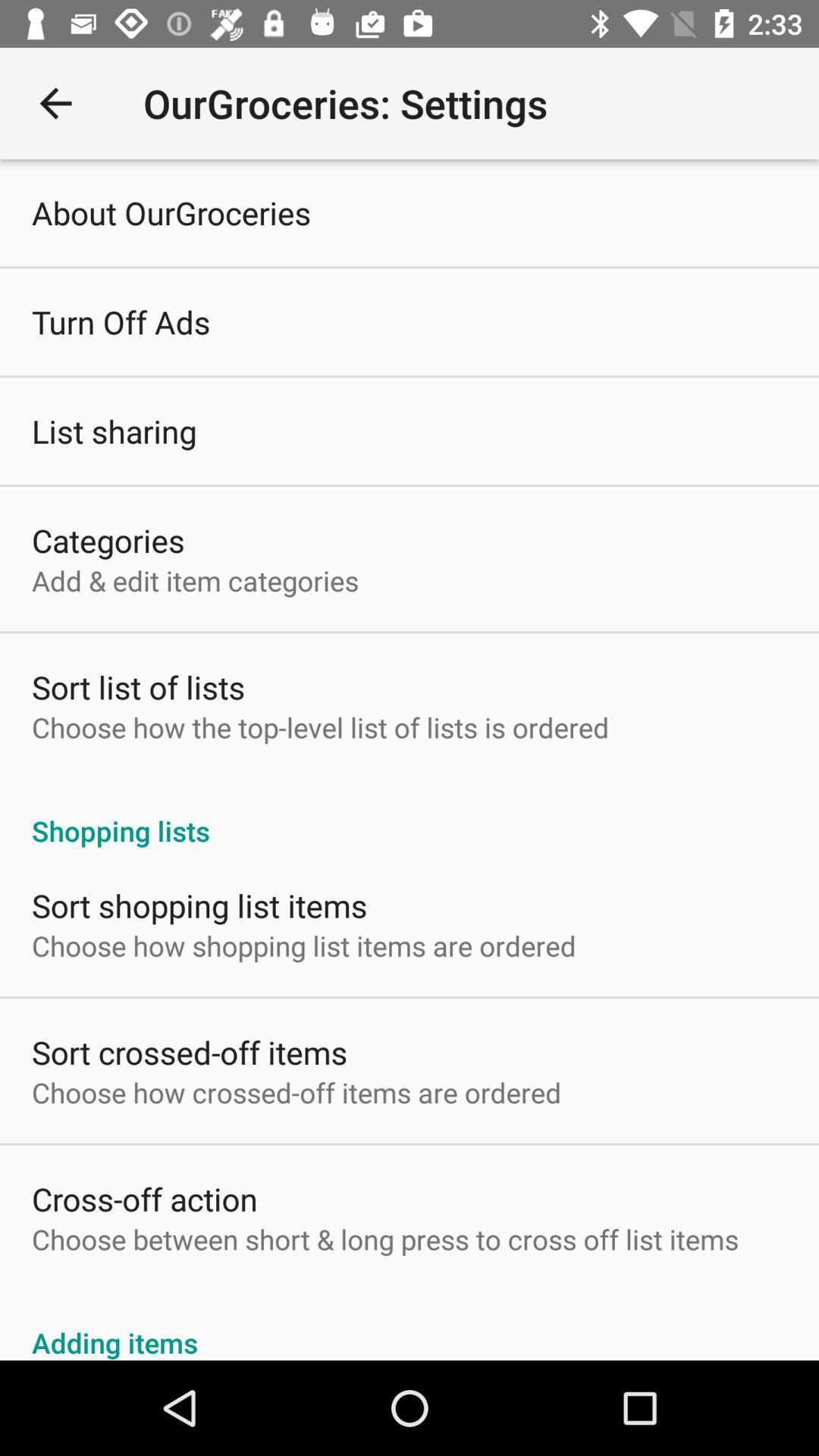 The height and width of the screenshot is (1456, 819). Describe the element at coordinates (194, 579) in the screenshot. I see `add edit item item` at that location.